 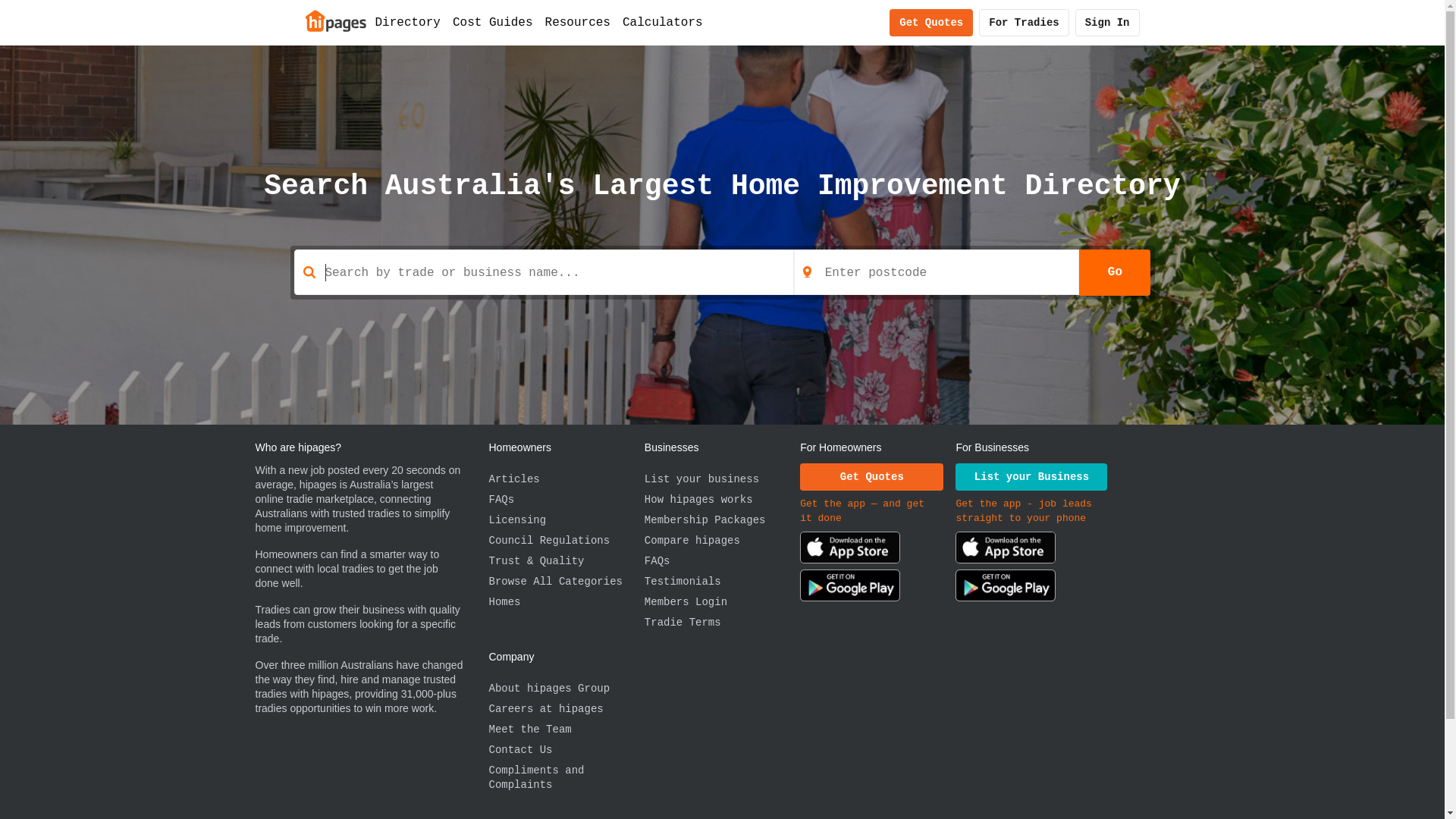 What do you see at coordinates (1023, 23) in the screenshot?
I see `'For Tradies'` at bounding box center [1023, 23].